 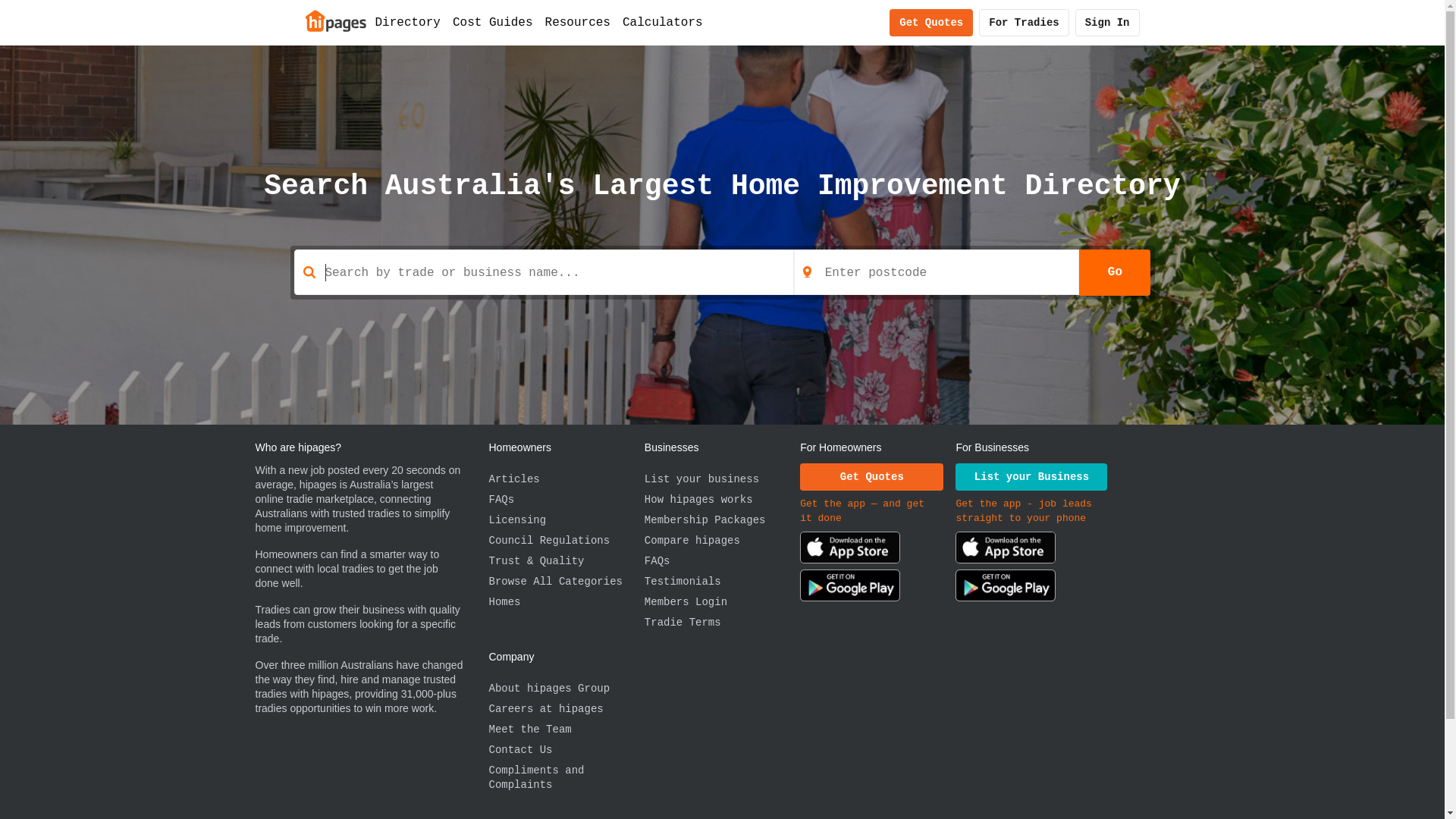 What do you see at coordinates (1023, 23) in the screenshot?
I see `'For Tradies'` at bounding box center [1023, 23].